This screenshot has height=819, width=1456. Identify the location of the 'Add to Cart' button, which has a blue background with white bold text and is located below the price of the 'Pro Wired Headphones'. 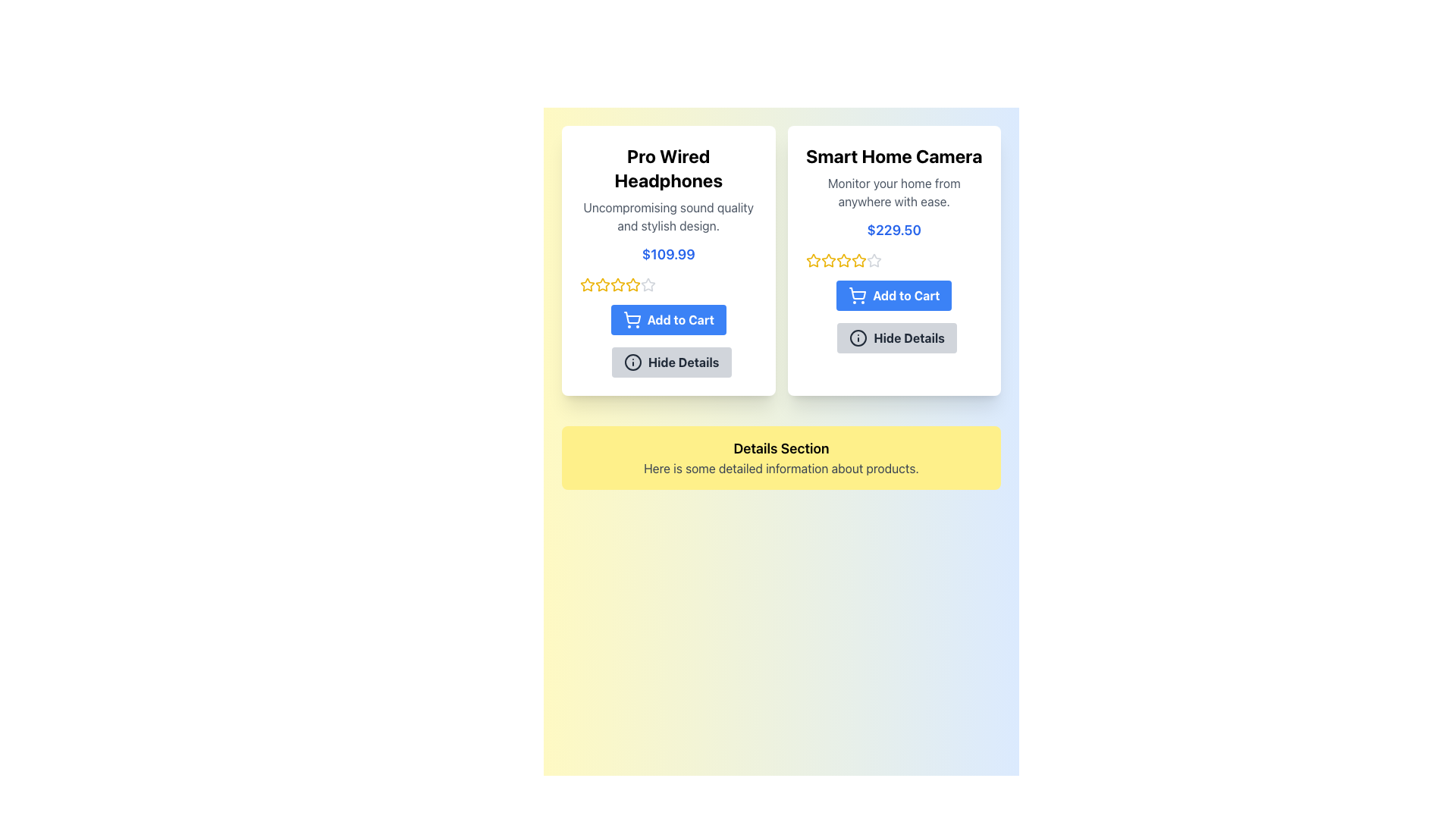
(667, 318).